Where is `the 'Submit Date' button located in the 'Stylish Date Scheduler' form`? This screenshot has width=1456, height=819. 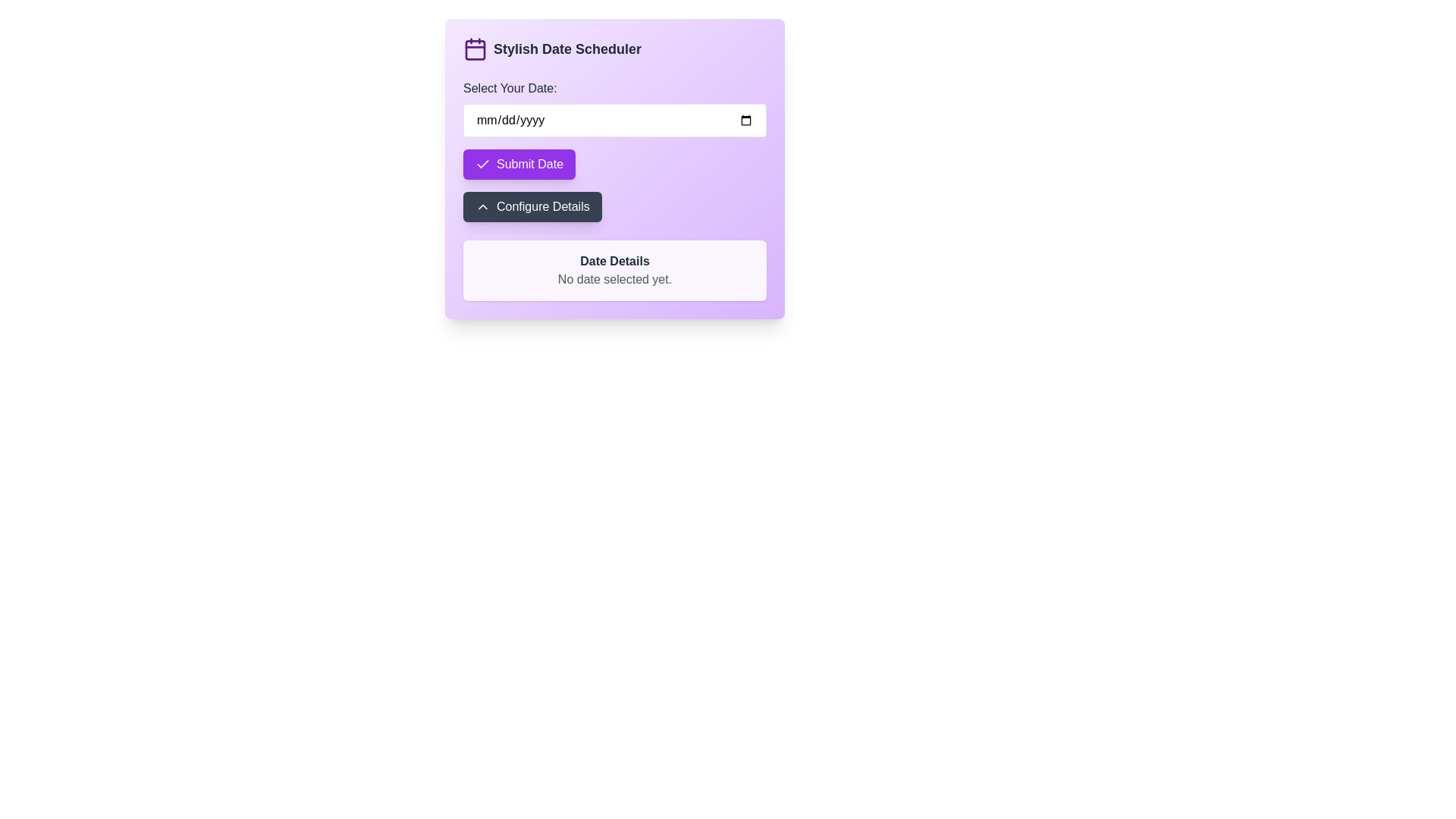
the 'Submit Date' button located in the 'Stylish Date Scheduler' form is located at coordinates (519, 164).